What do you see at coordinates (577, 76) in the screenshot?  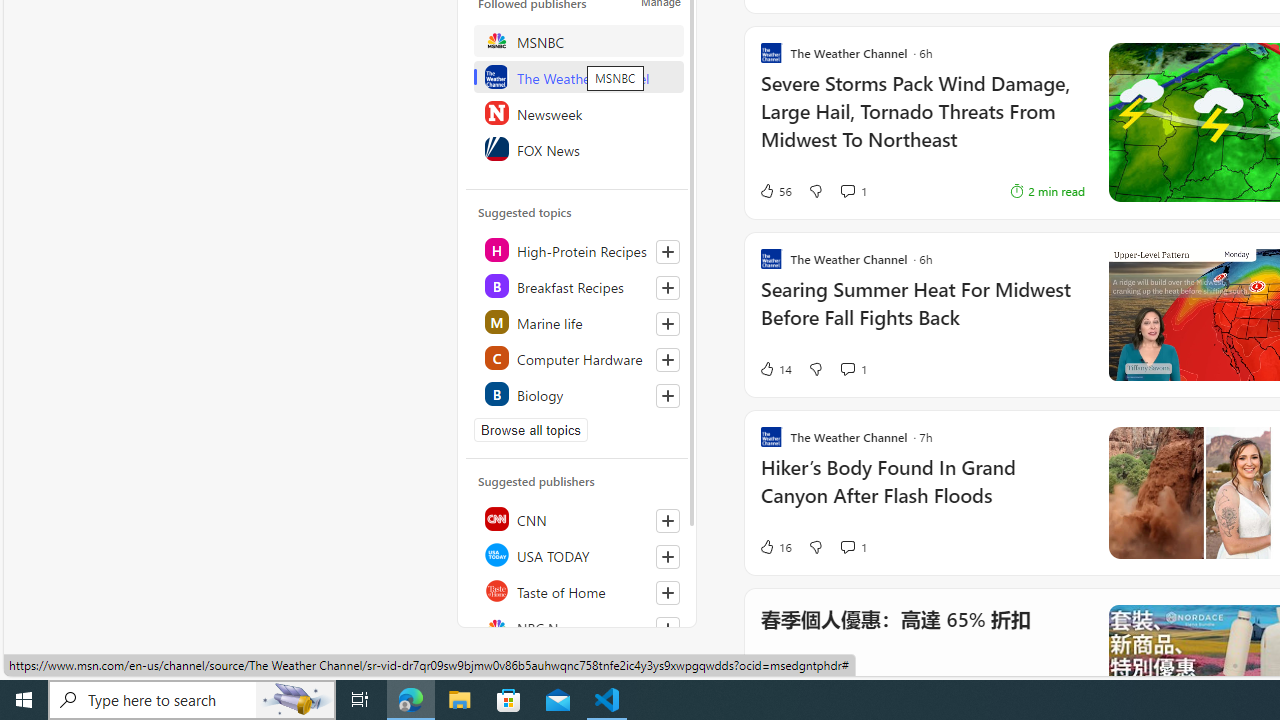 I see `'The Weather Channel'` at bounding box center [577, 76].